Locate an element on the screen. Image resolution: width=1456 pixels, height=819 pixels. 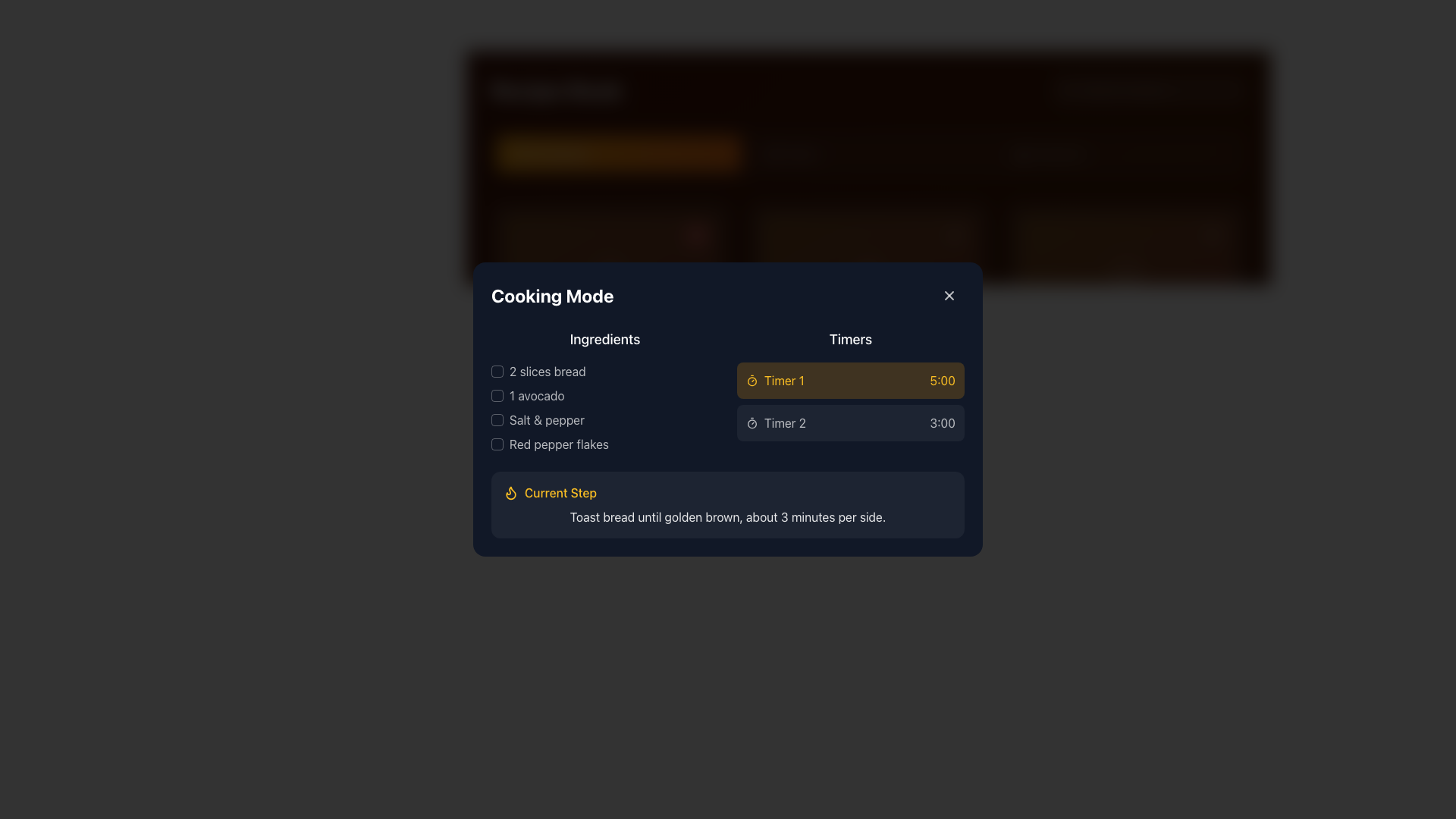
the interactive Timer display, which is the first item in the vertical list of timers within the 'Timers' section, located on the right side of the dialog panel is located at coordinates (851, 379).